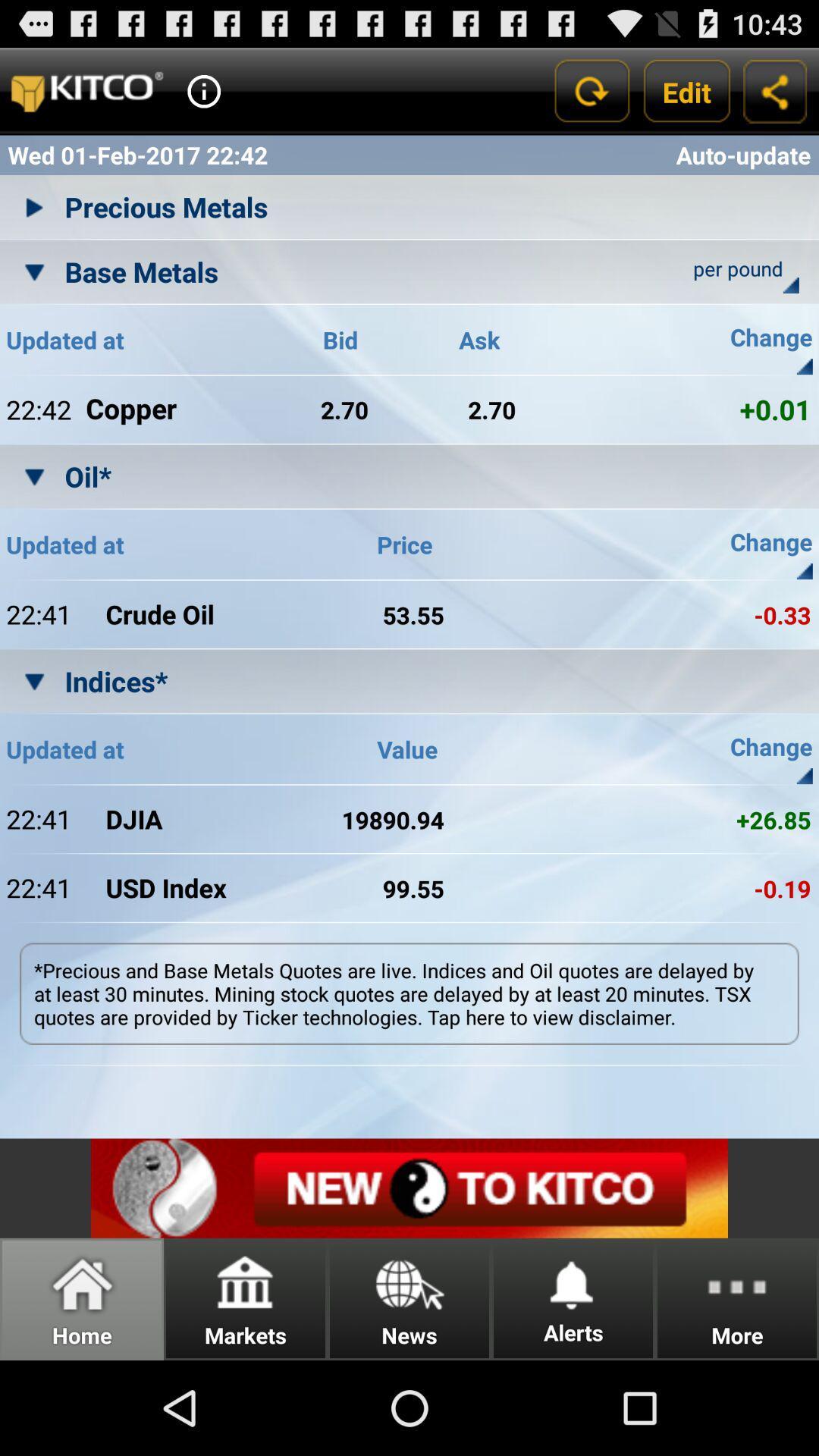 This screenshot has height=1456, width=819. I want to click on icon above alerts, so click(573, 1282).